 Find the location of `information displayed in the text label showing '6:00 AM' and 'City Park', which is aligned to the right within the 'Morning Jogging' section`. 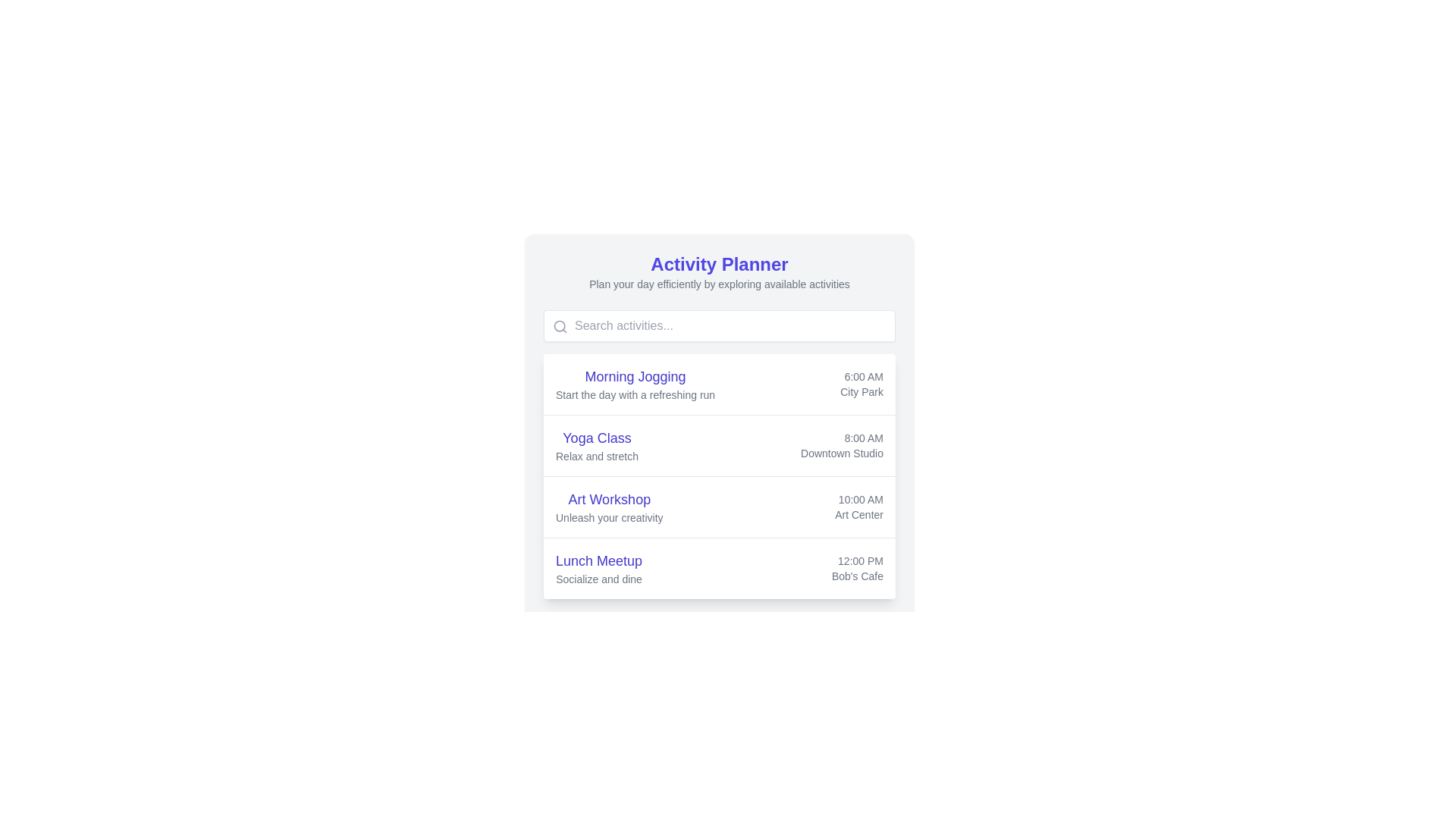

information displayed in the text label showing '6:00 AM' and 'City Park', which is aligned to the right within the 'Morning Jogging' section is located at coordinates (861, 383).